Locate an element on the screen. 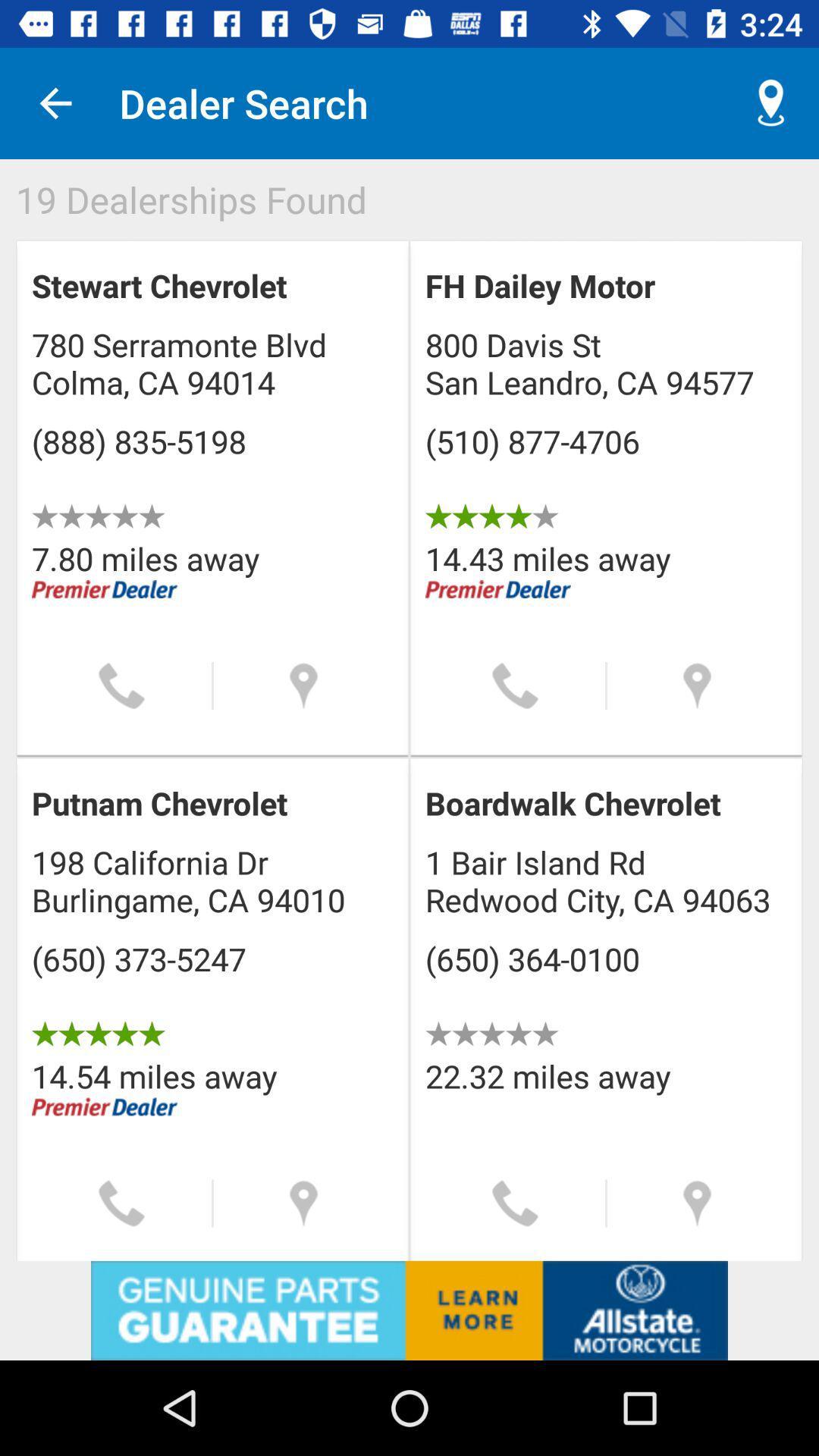 The height and width of the screenshot is (1456, 819). location is located at coordinates (697, 1203).